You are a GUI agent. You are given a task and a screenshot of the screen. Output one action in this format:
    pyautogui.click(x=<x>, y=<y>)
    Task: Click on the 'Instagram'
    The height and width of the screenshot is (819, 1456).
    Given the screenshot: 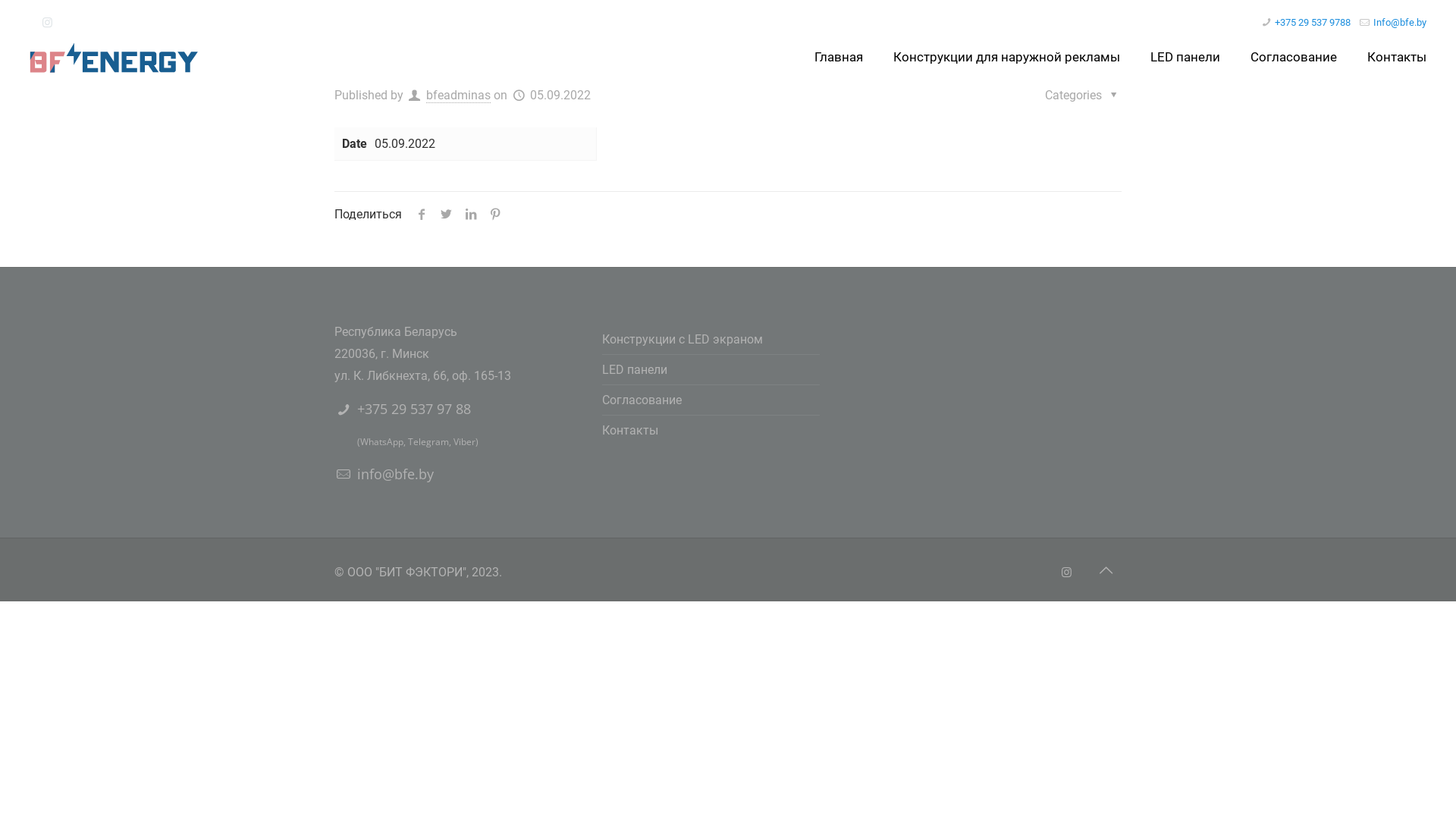 What is the action you would take?
    pyautogui.click(x=1065, y=573)
    